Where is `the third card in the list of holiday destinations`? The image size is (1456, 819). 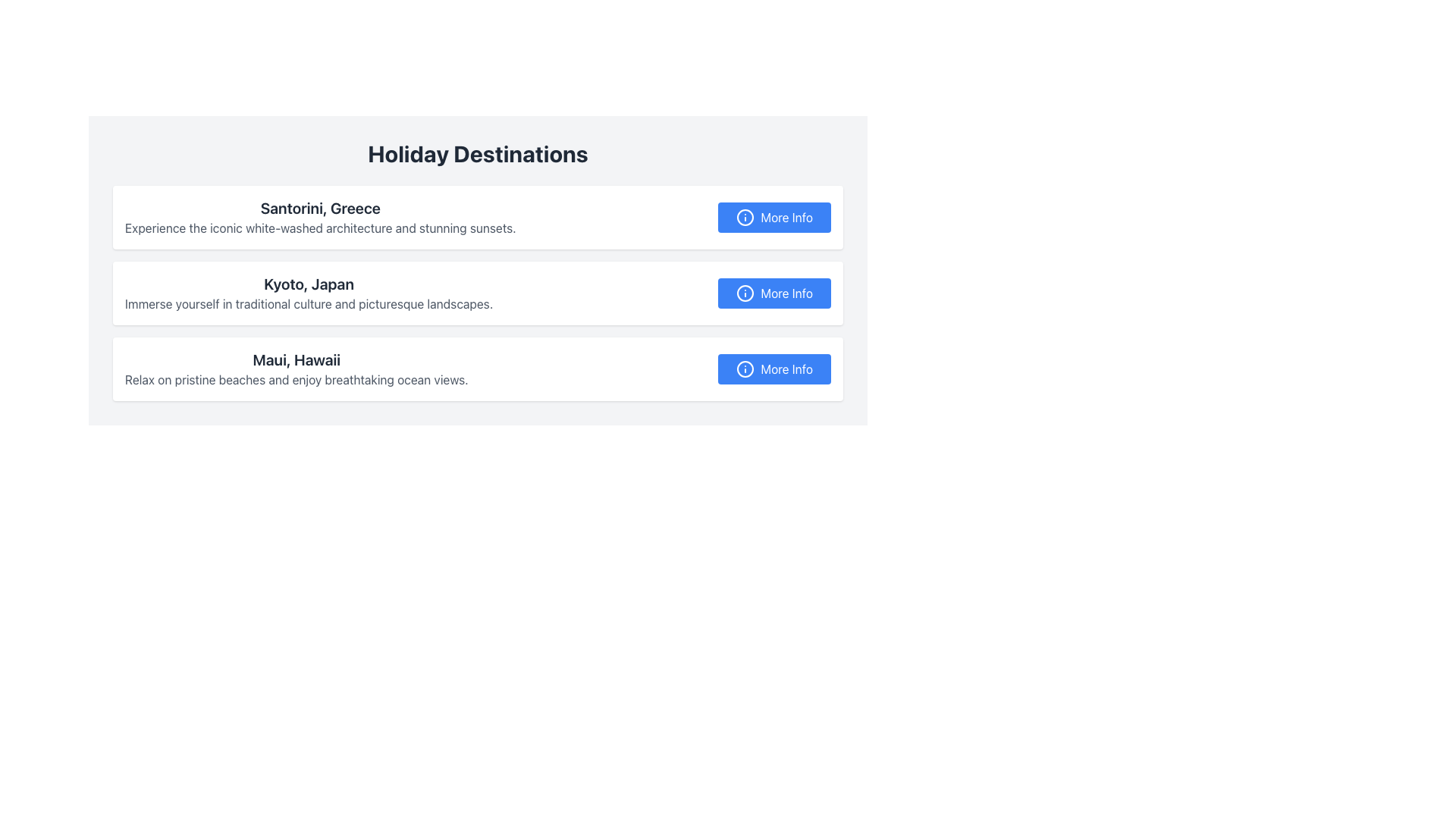
the third card in the list of holiday destinations is located at coordinates (477, 369).